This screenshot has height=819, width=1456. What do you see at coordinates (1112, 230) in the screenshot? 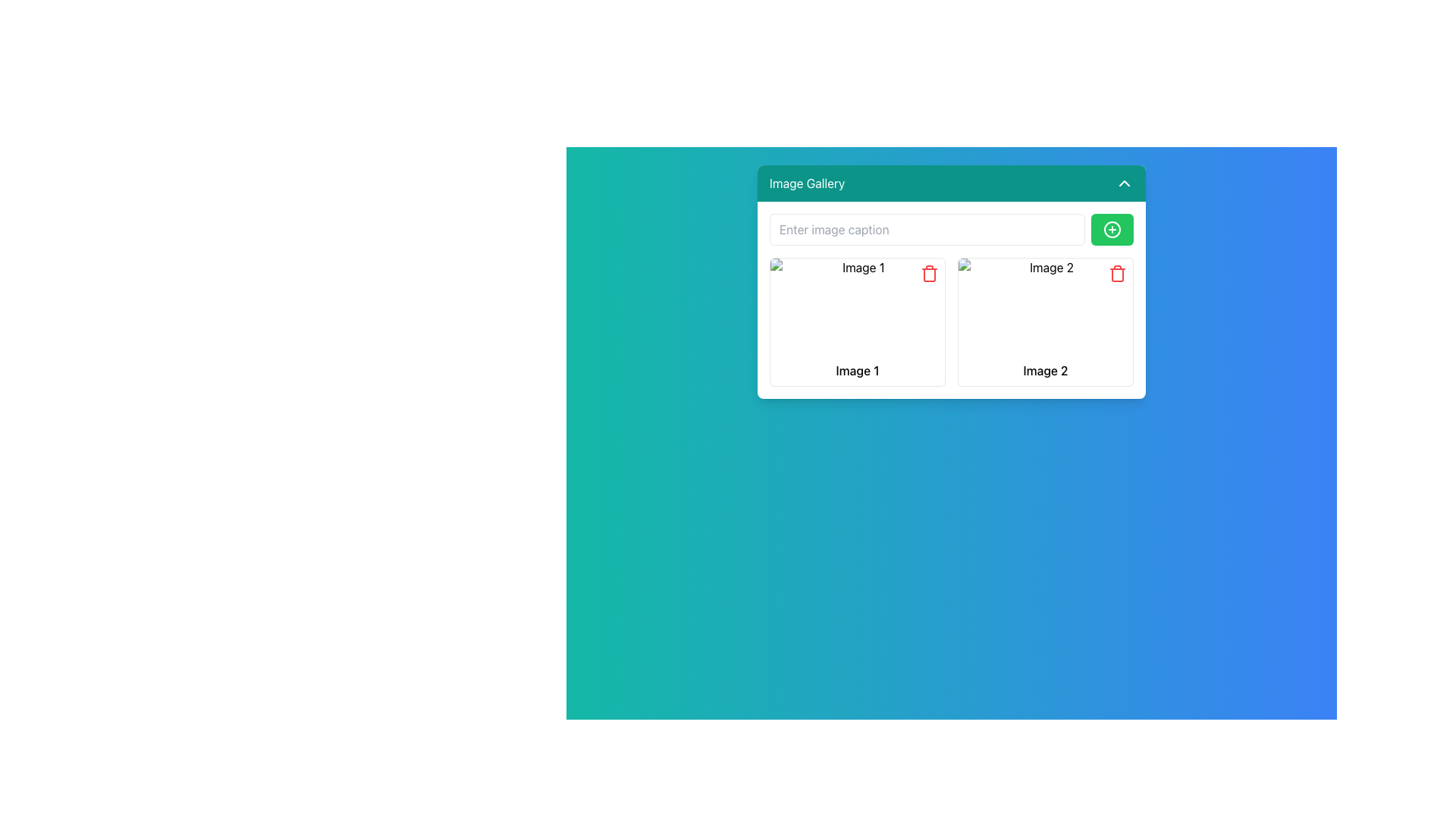
I see `the '+' button located directly to the right of the text input box` at bounding box center [1112, 230].